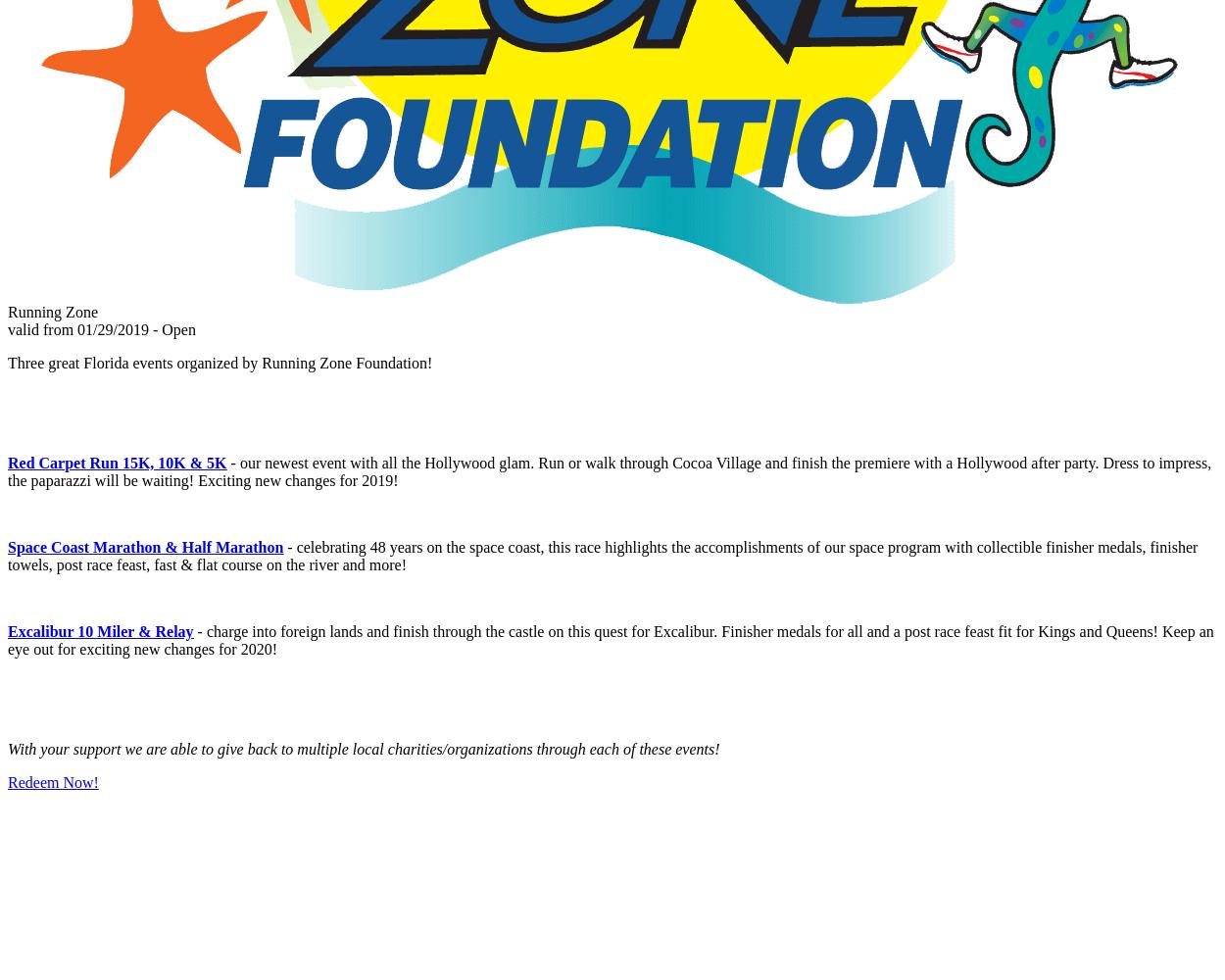 Image resolution: width=1225 pixels, height=980 pixels. Describe the element at coordinates (99, 631) in the screenshot. I see `'Excalibur 10 Miler & Relay'` at that location.